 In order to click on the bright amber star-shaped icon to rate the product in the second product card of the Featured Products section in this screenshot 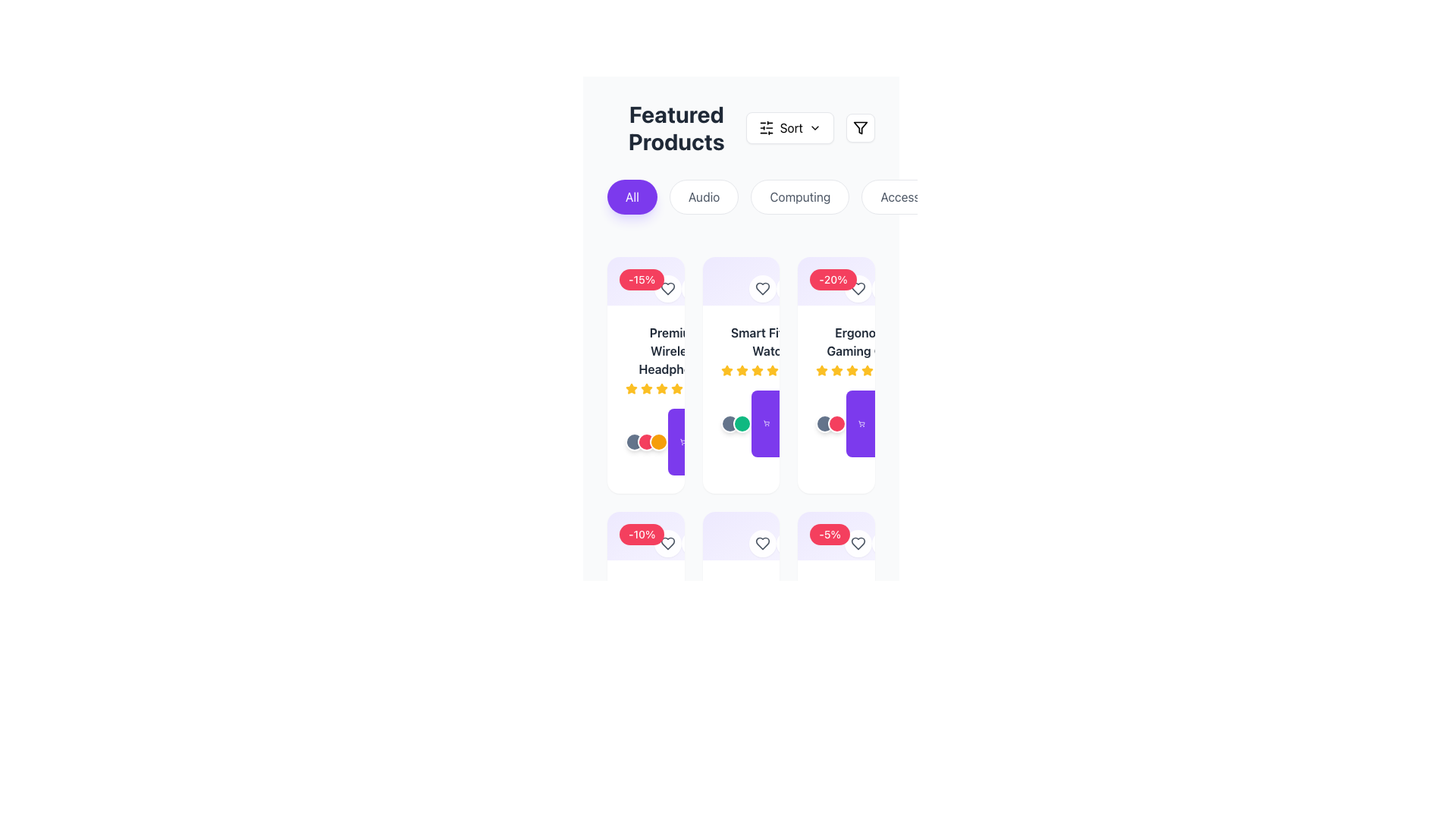, I will do `click(868, 370)`.